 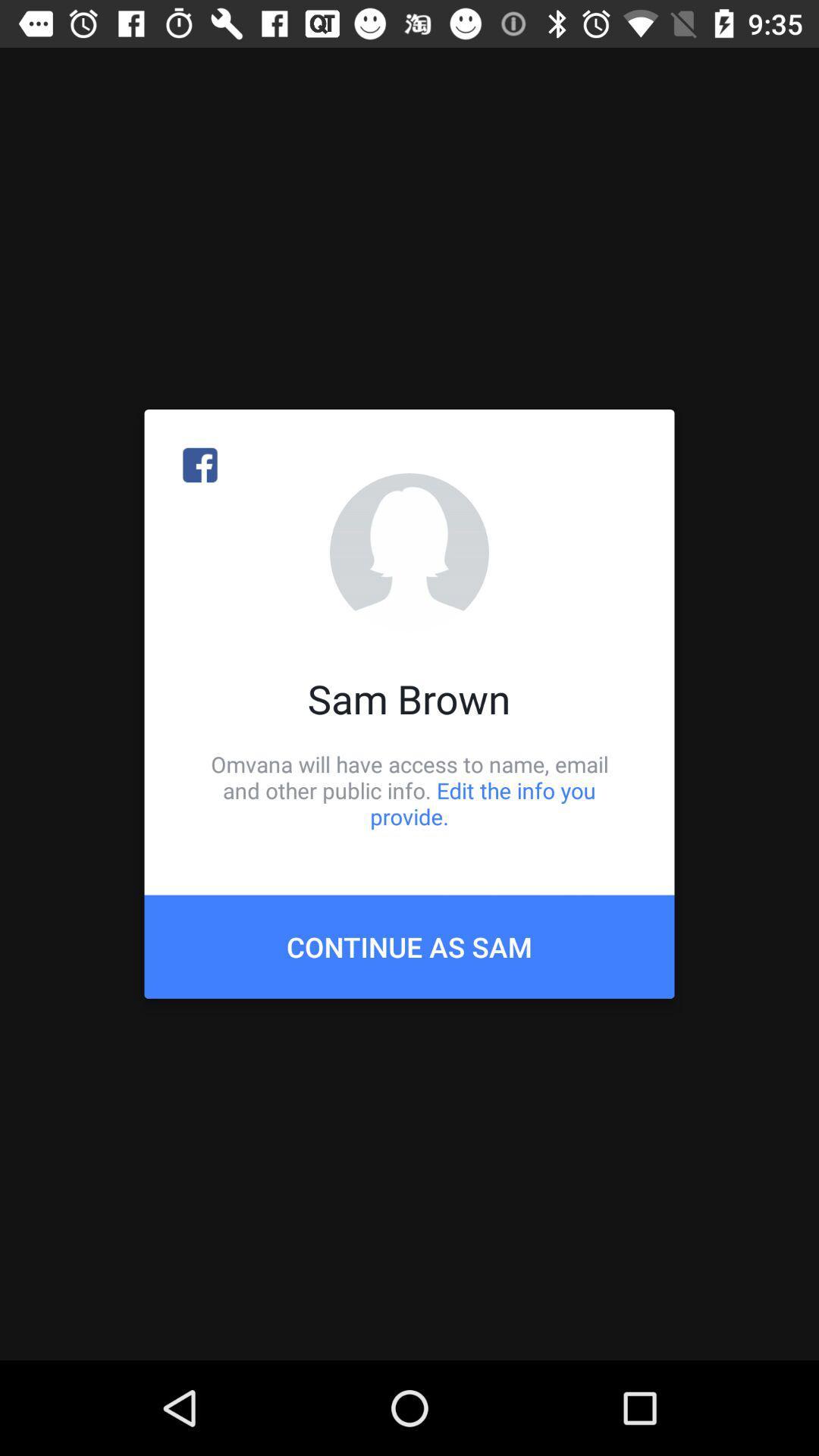 What do you see at coordinates (409, 789) in the screenshot?
I see `item below sam brown` at bounding box center [409, 789].